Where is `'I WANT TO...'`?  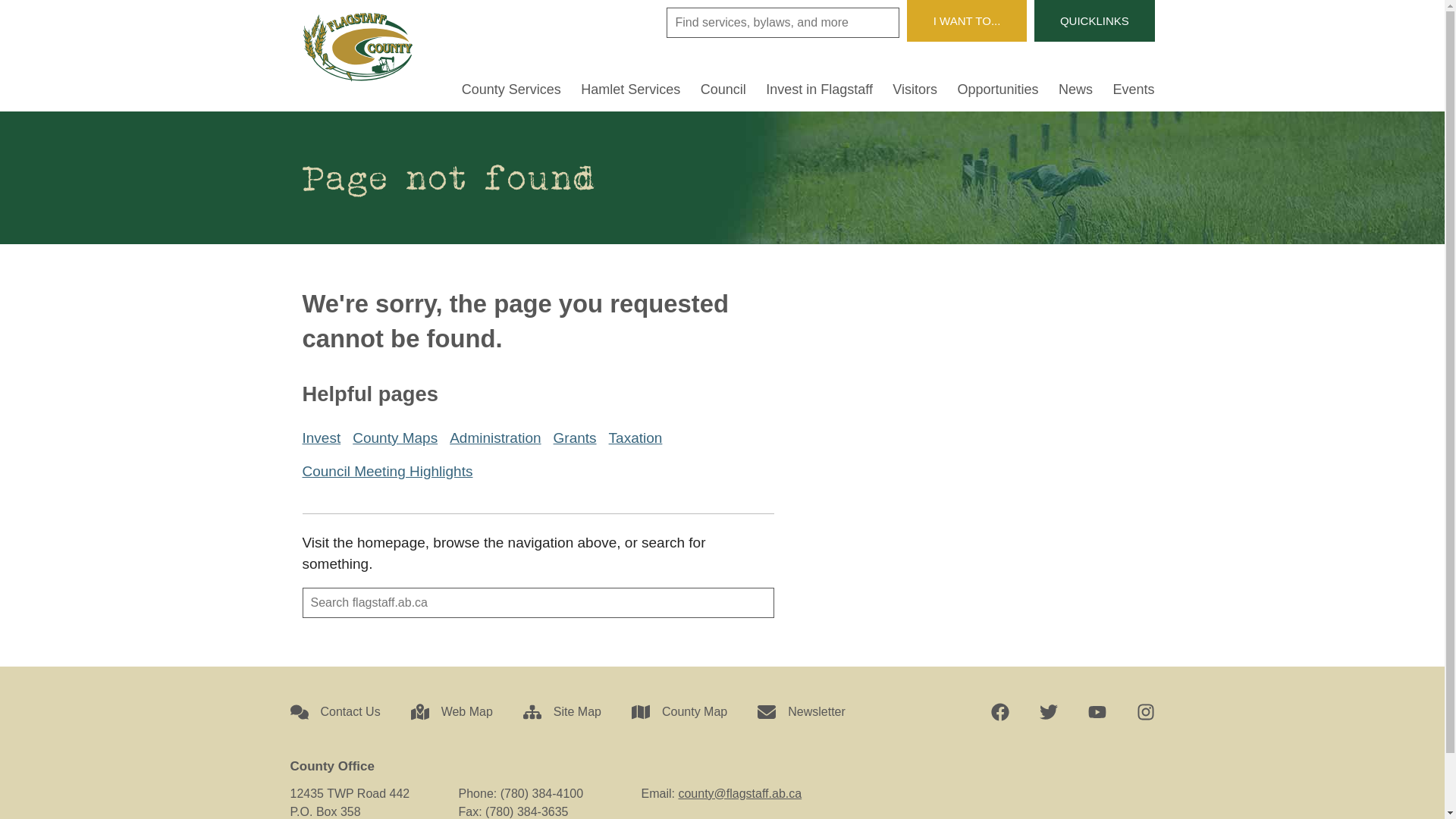
'I WANT TO...' is located at coordinates (966, 20).